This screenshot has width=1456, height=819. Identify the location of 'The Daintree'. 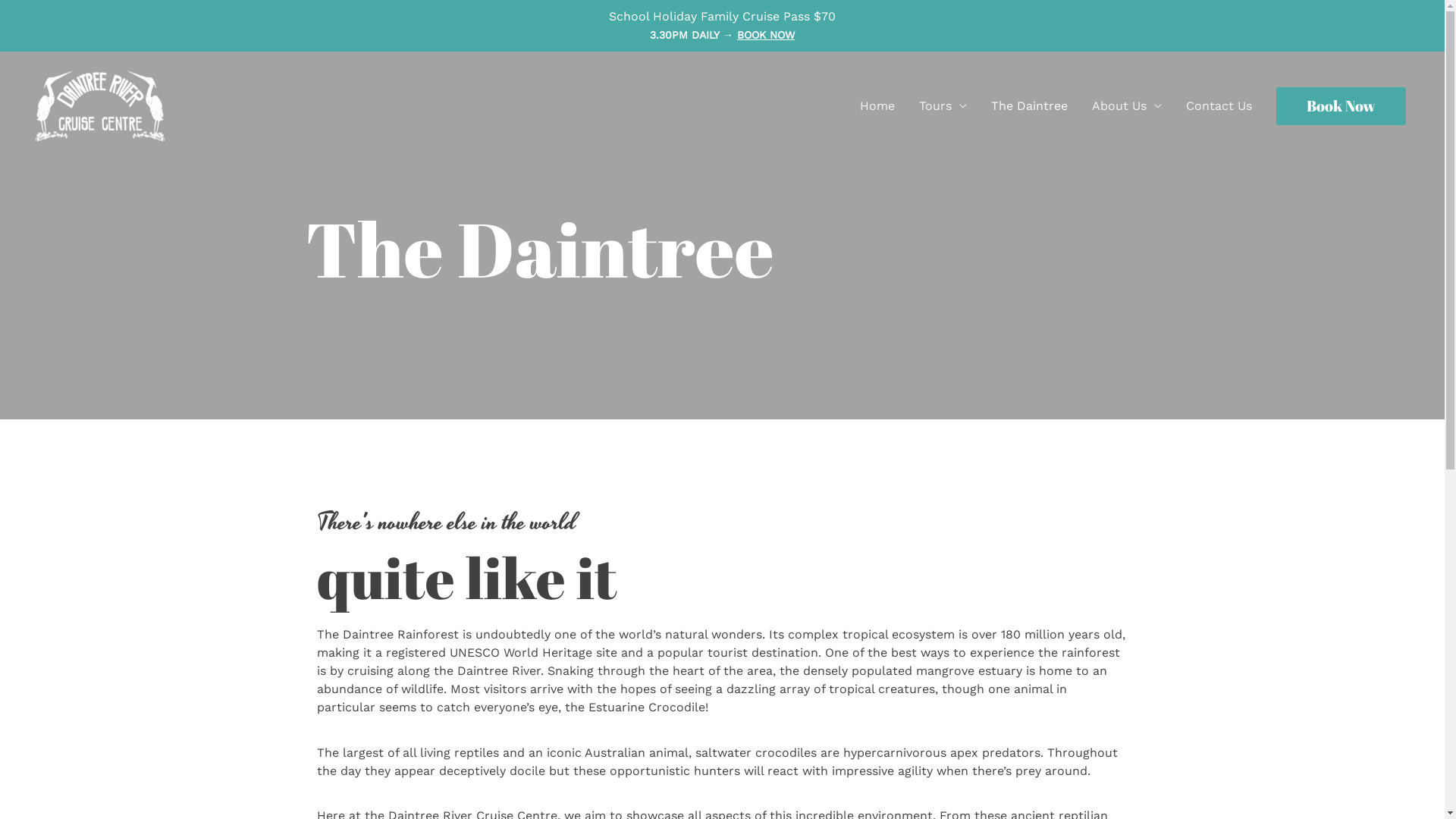
(1029, 105).